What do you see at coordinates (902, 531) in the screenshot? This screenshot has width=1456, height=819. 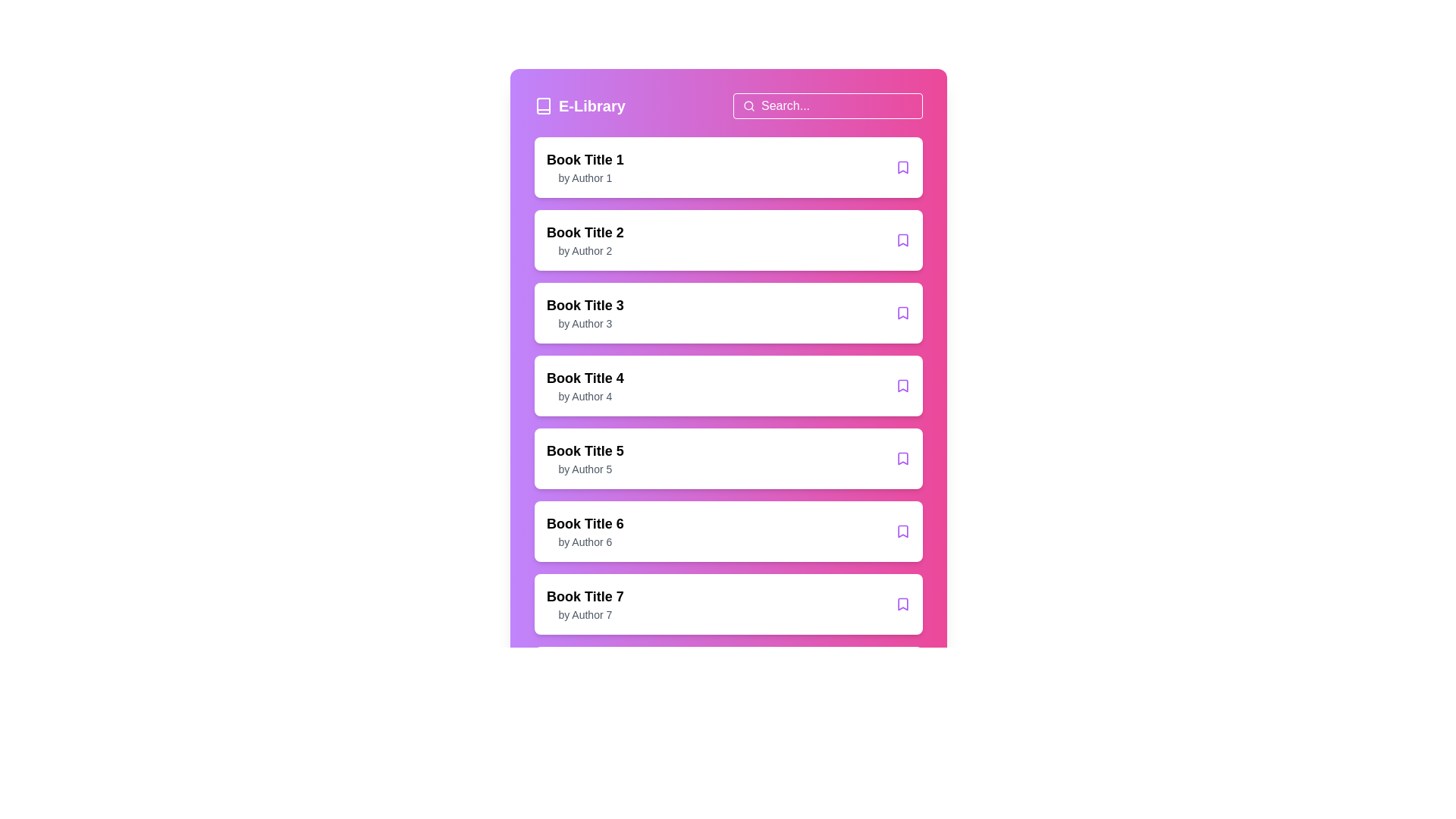 I see `the small purple bookmark-shaped icon with a translucent appearance located within the content card for 'Book Title 6 by Author 6'` at bounding box center [902, 531].